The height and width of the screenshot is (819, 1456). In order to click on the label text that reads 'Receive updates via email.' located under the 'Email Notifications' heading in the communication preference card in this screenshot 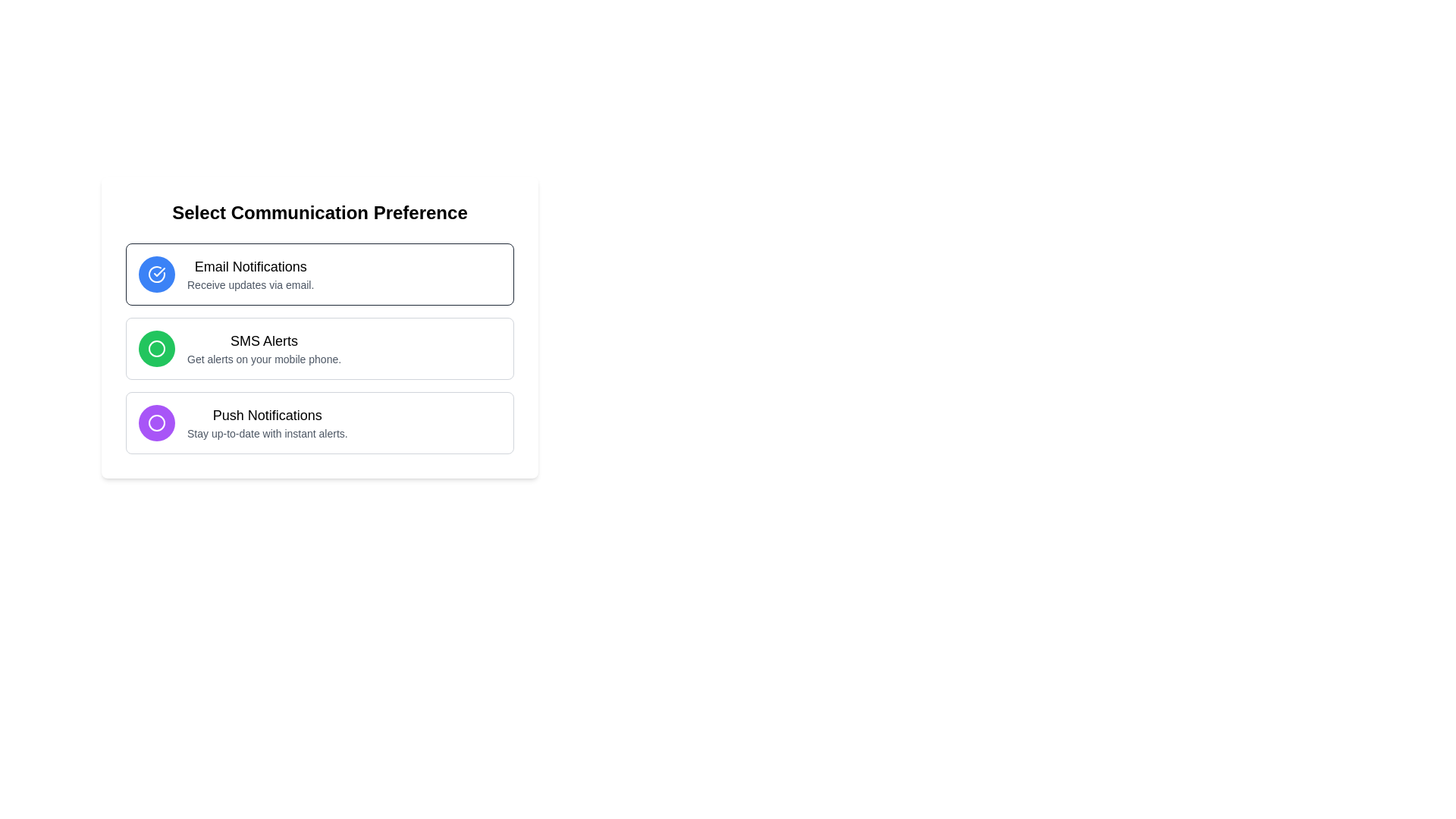, I will do `click(250, 284)`.